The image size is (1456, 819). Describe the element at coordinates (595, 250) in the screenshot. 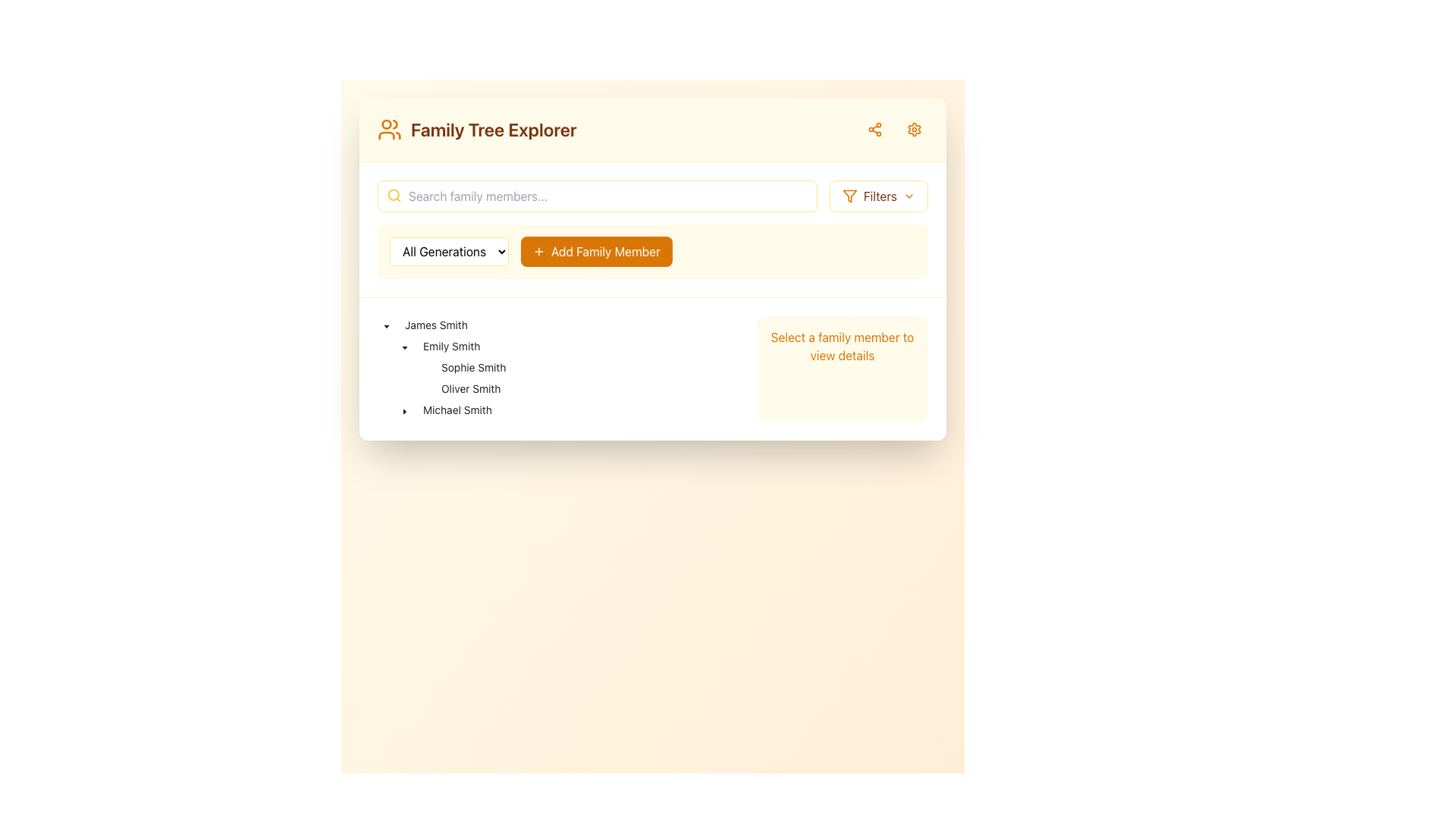

I see `the rectangular button with a bright amber background and white text that says 'Add Family Member' to initiate the process of adding a family member` at that location.